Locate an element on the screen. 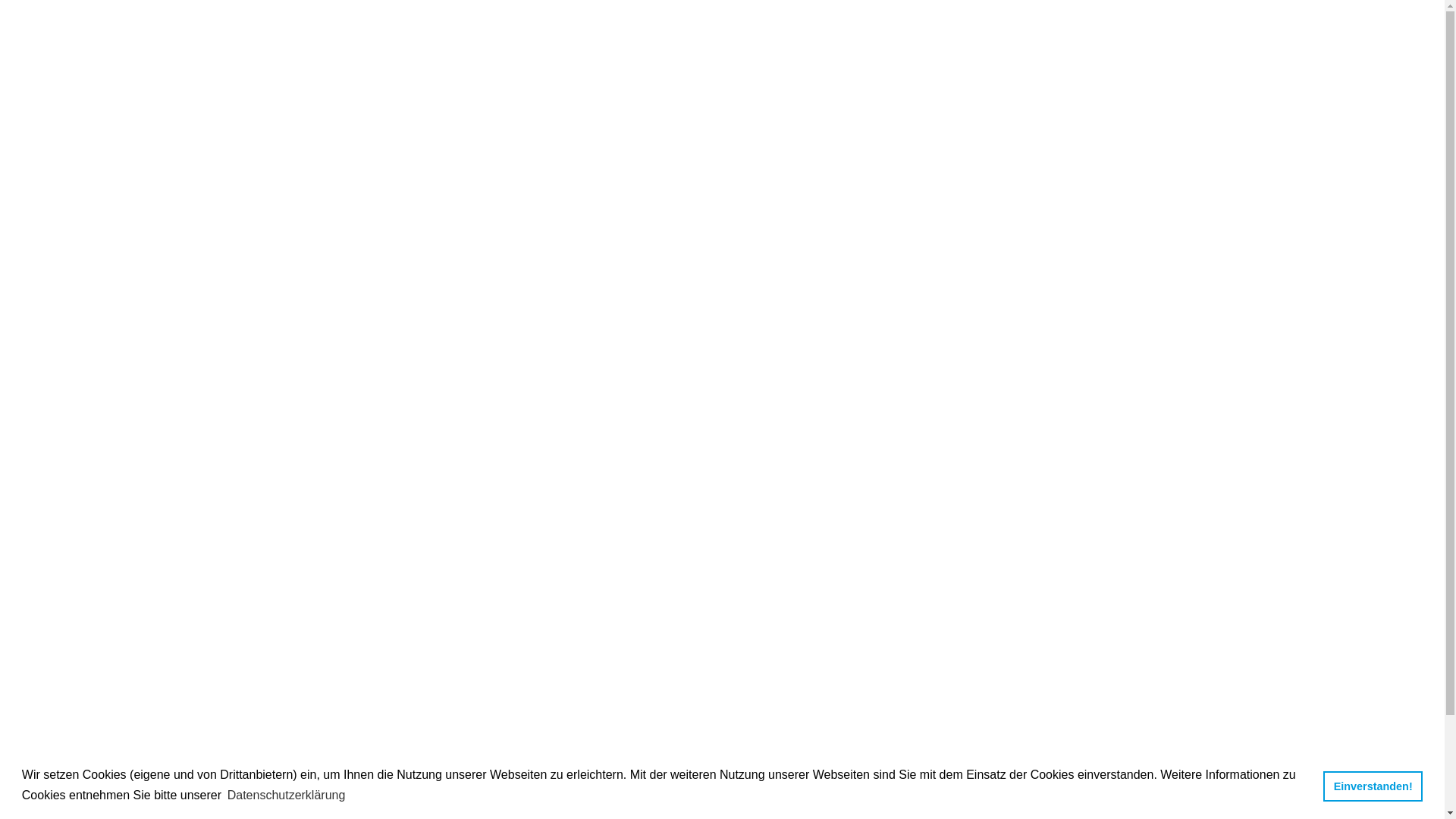 The image size is (1456, 819). 'Einverstanden!' is located at coordinates (1373, 786).